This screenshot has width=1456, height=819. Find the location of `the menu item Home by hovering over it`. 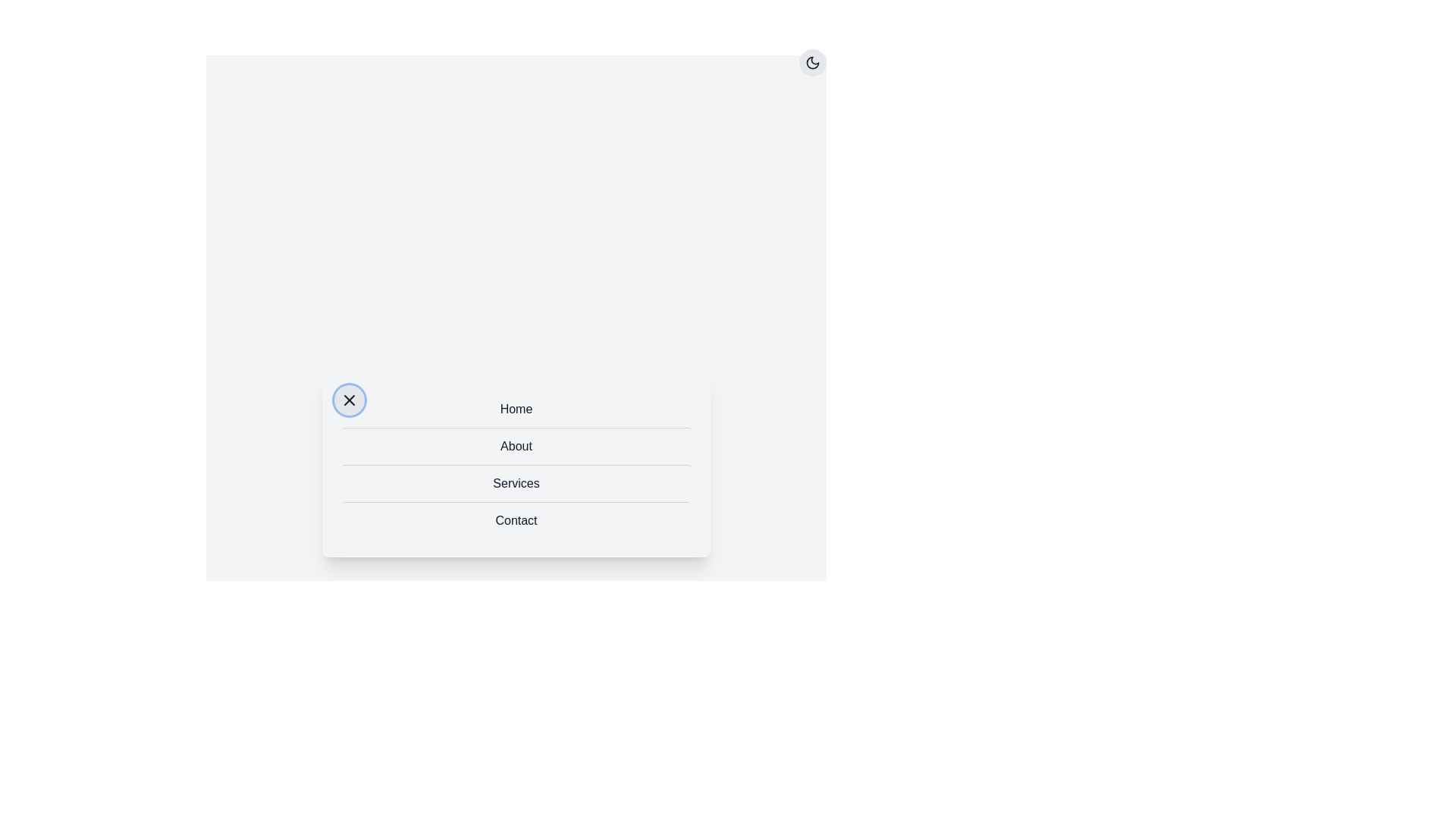

the menu item Home by hovering over it is located at coordinates (516, 408).